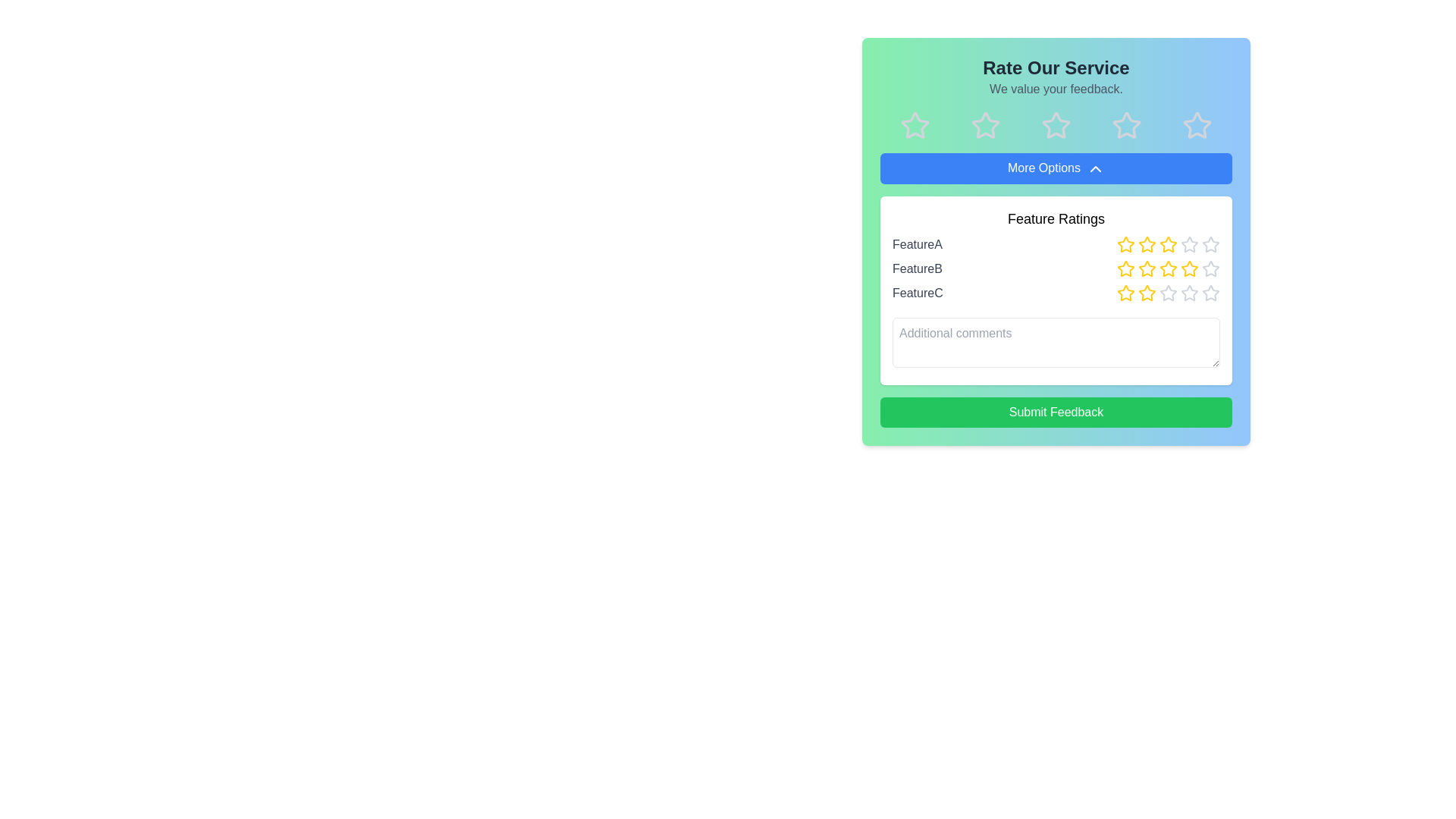  I want to click on the yellow star icon that serves as the second rating star for FeatureB in the Feature Ratings section to rate it, so click(1125, 268).